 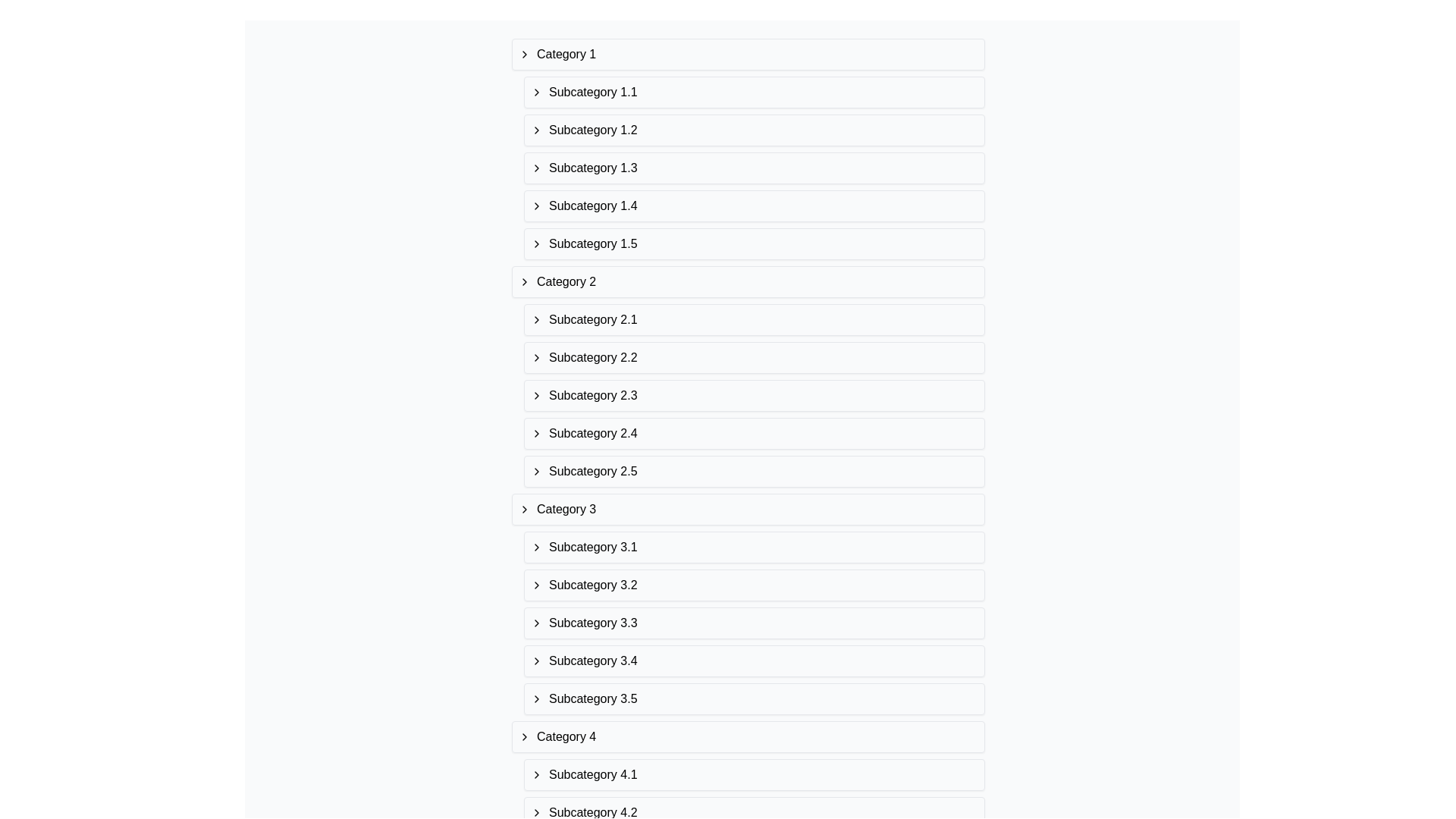 I want to click on the right-pointing chevron icon adjacent to the text 'Category 2', so click(x=524, y=281).